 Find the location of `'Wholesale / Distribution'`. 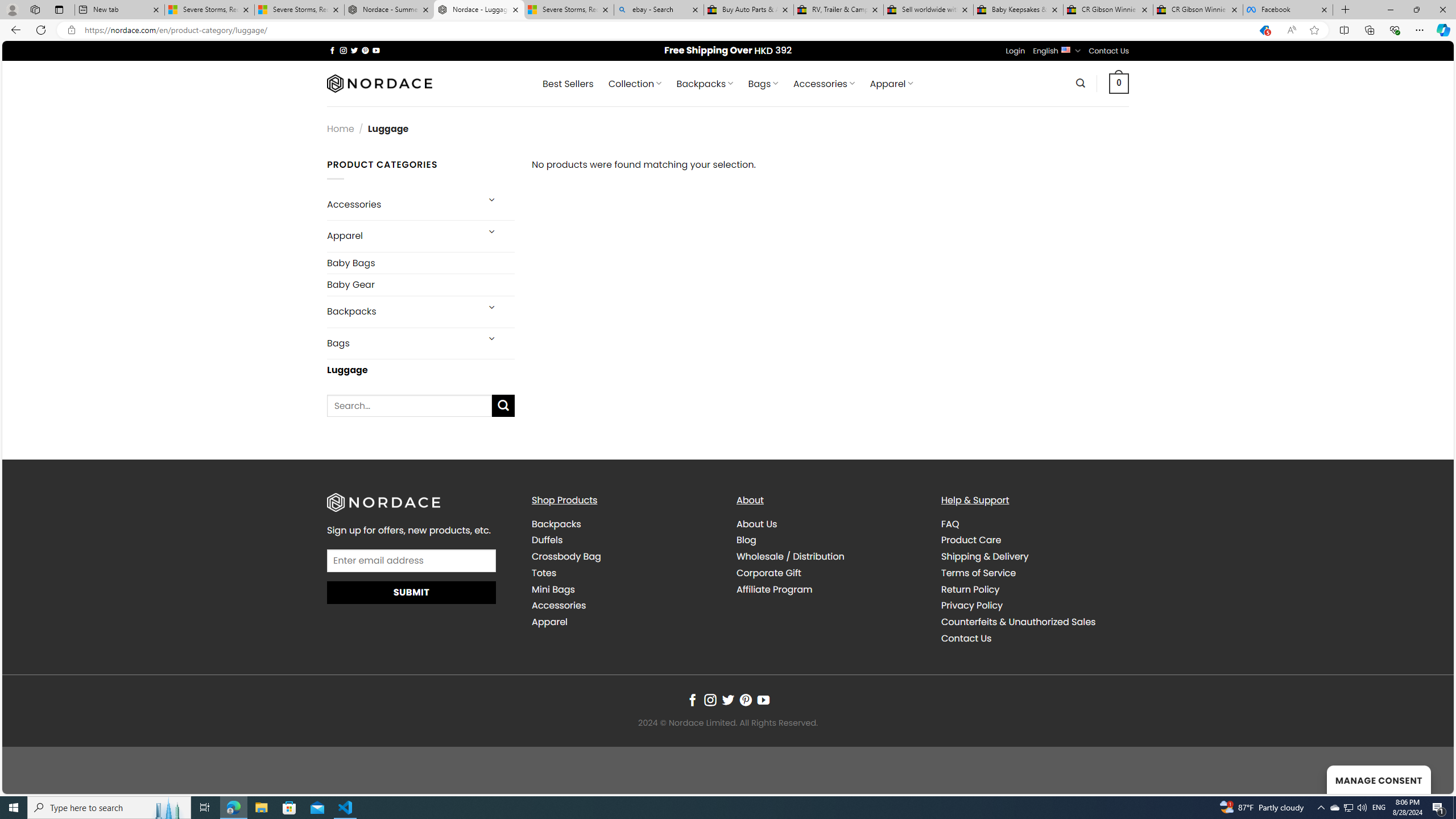

'Wholesale / Distribution' is located at coordinates (791, 556).